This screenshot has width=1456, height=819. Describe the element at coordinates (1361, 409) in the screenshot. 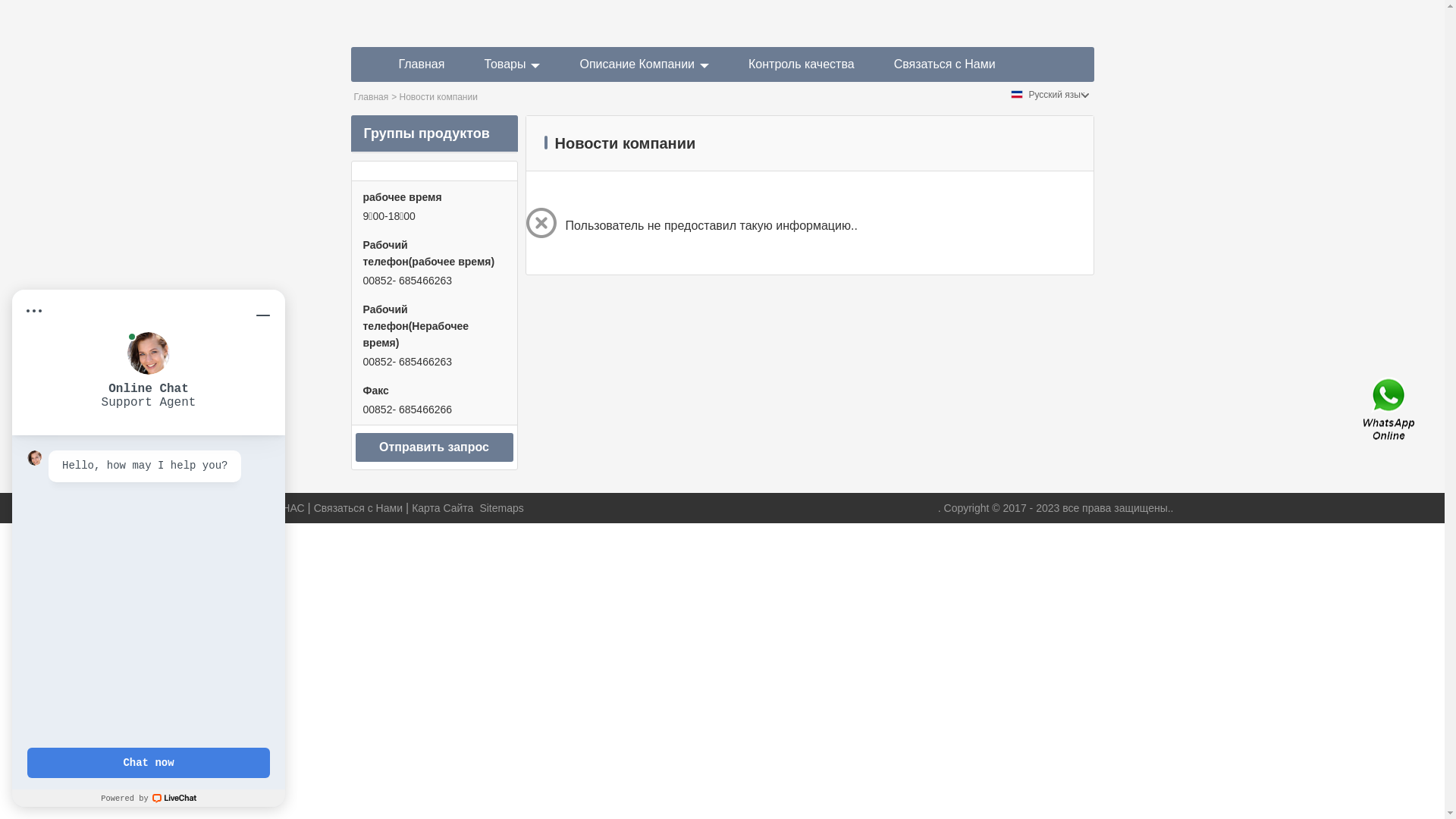

I see `'Contact Us'` at that location.